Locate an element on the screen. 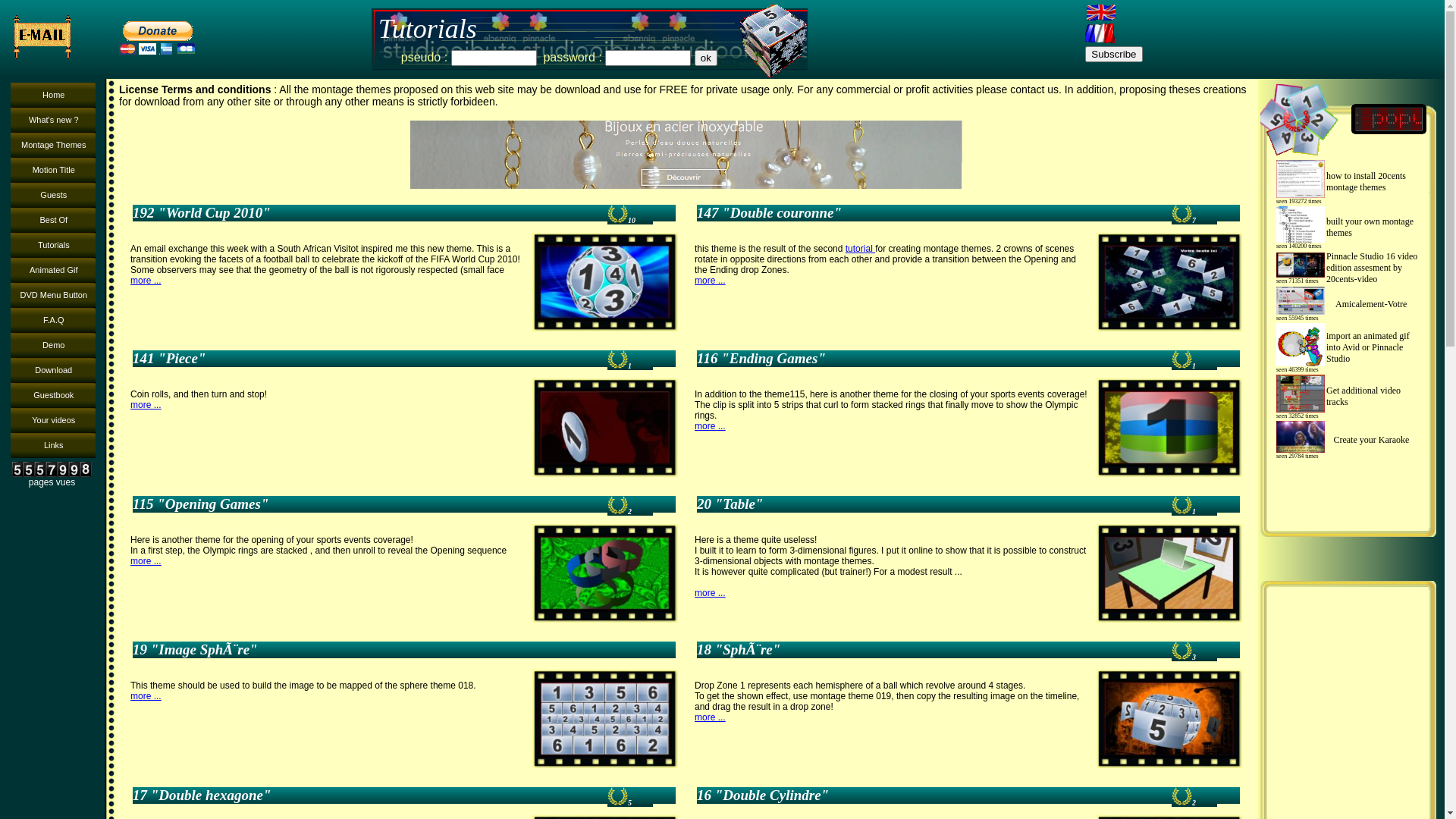 The image size is (1456, 819). 'theme  - 20 Table' is located at coordinates (1168, 573).